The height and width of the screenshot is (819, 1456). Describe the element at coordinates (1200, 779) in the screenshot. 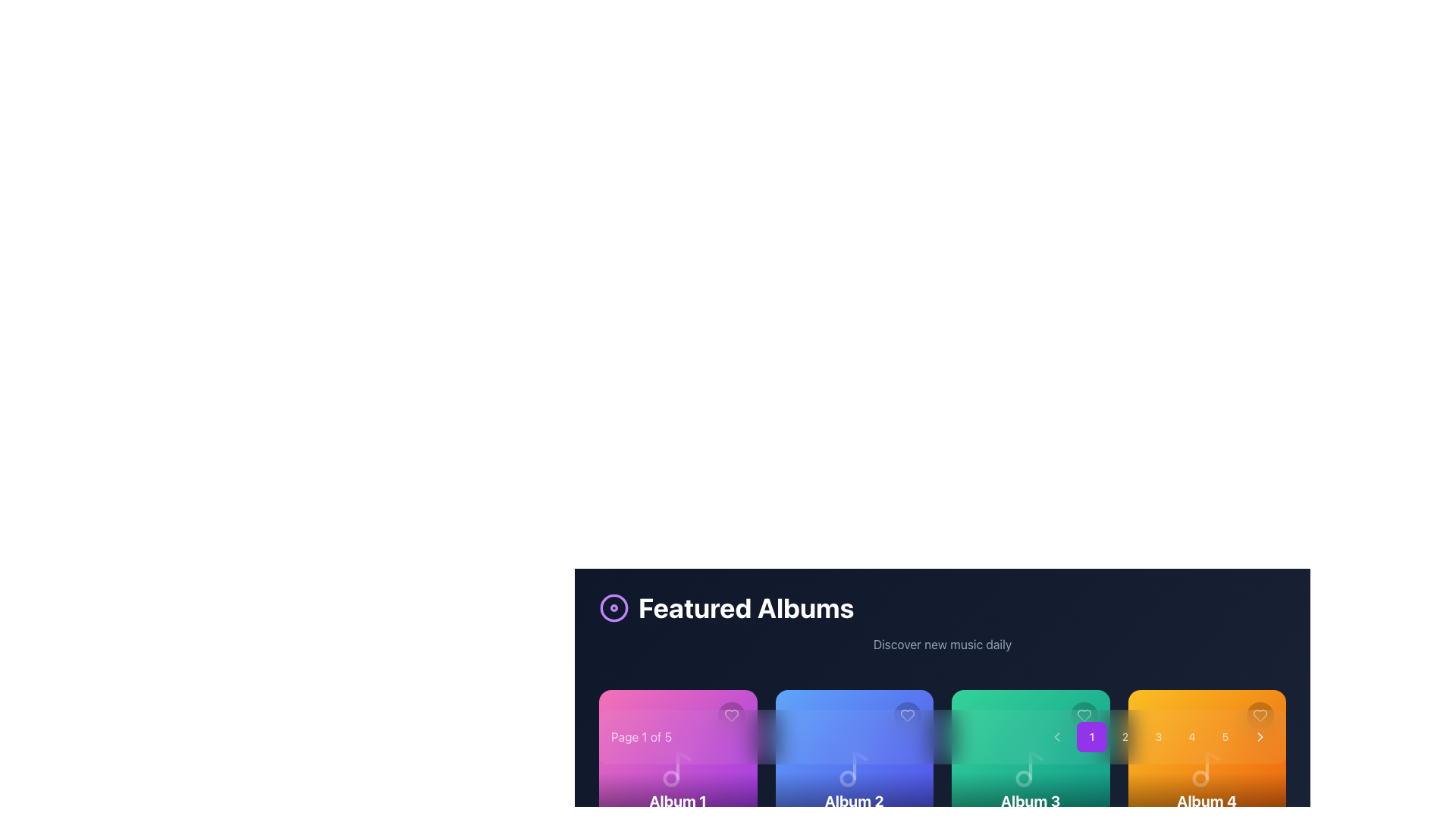

I see `the small circular orange graphic element within the music-themed illustration, located in the middle-right section of the interface under the pagination controls` at that location.